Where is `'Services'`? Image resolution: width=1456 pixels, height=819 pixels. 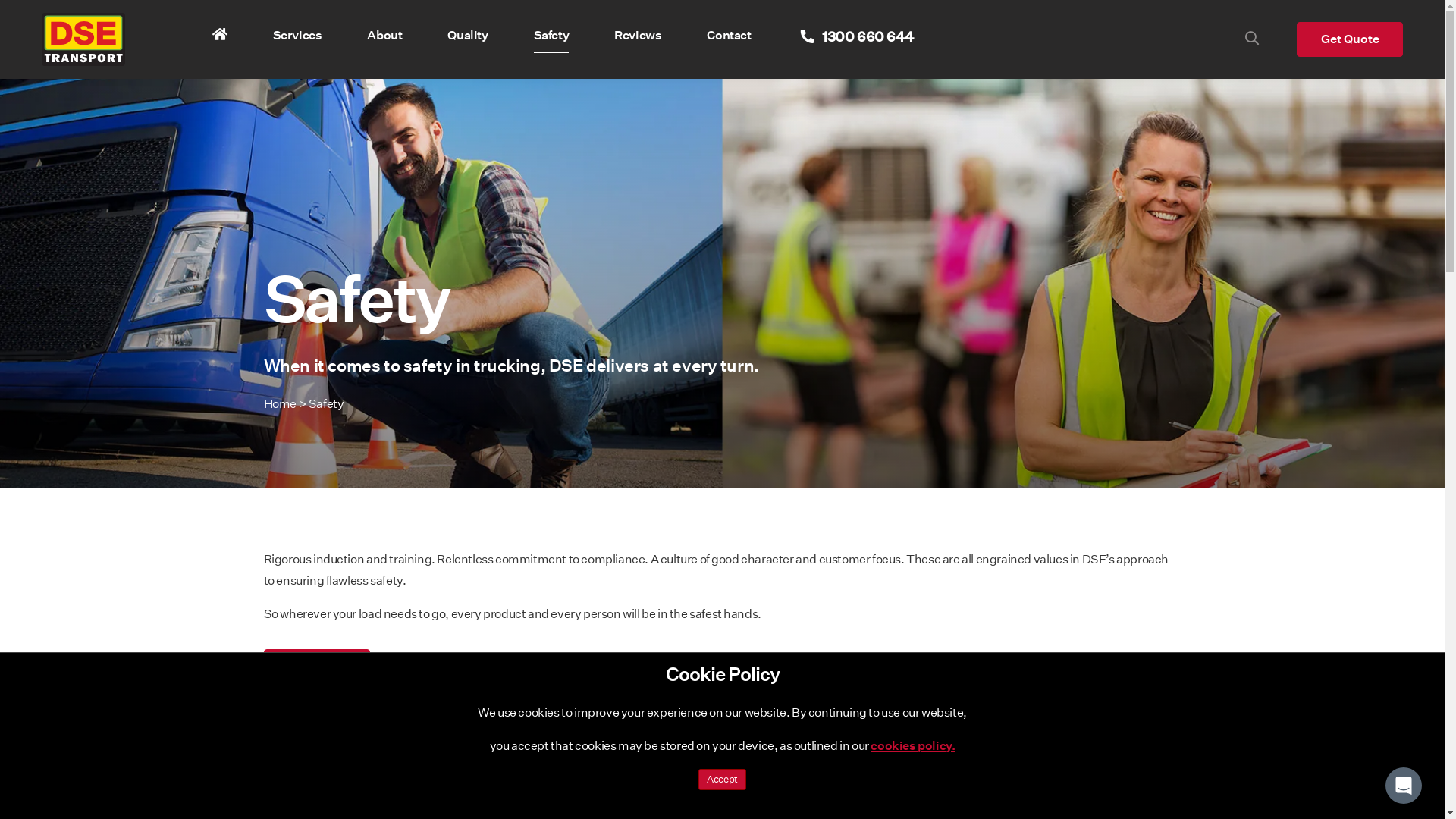
'Services' is located at coordinates (297, 34).